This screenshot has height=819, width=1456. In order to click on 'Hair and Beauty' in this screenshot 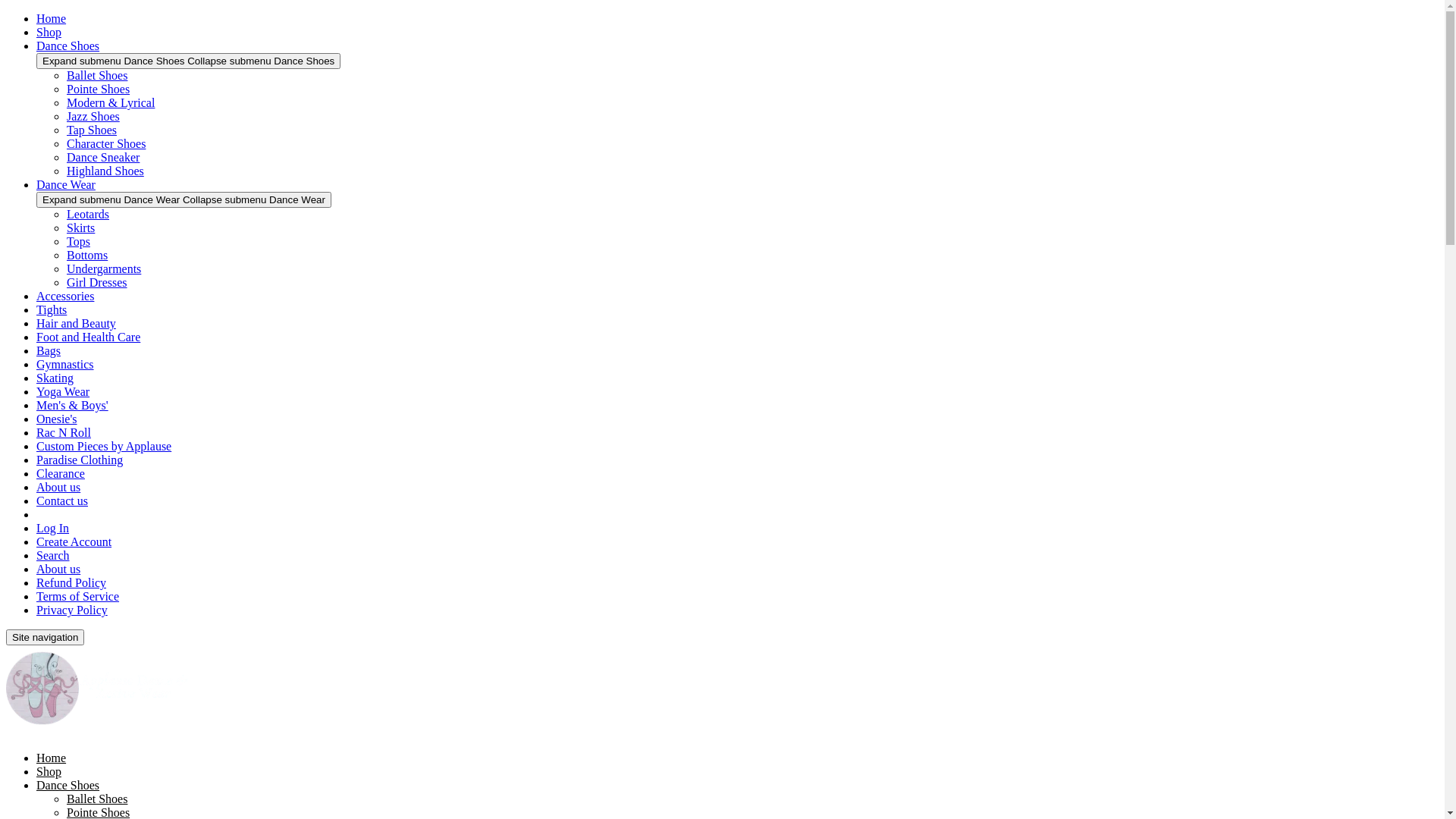, I will do `click(75, 322)`.